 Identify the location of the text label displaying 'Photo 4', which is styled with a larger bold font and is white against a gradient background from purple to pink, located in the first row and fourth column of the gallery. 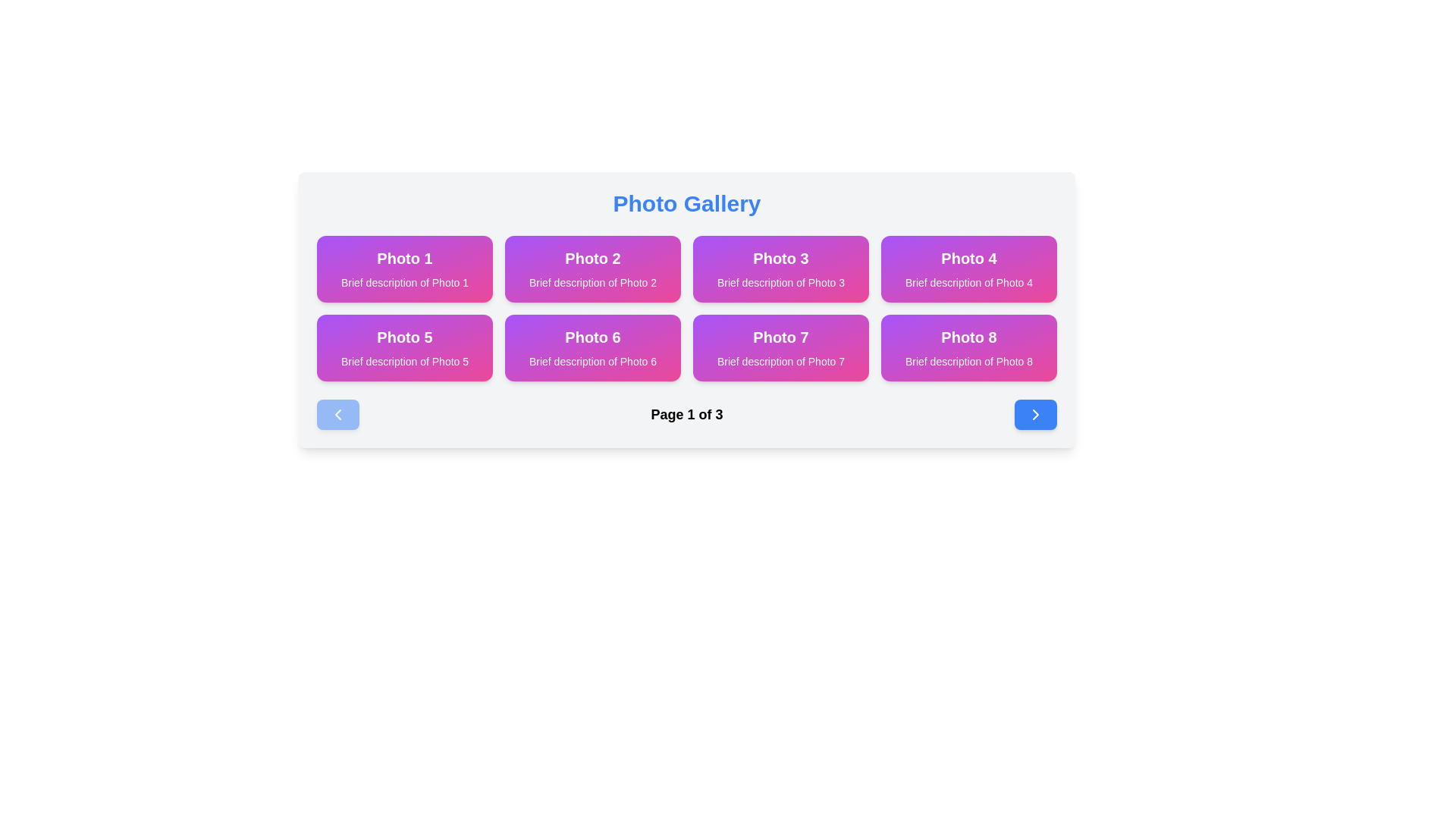
(968, 257).